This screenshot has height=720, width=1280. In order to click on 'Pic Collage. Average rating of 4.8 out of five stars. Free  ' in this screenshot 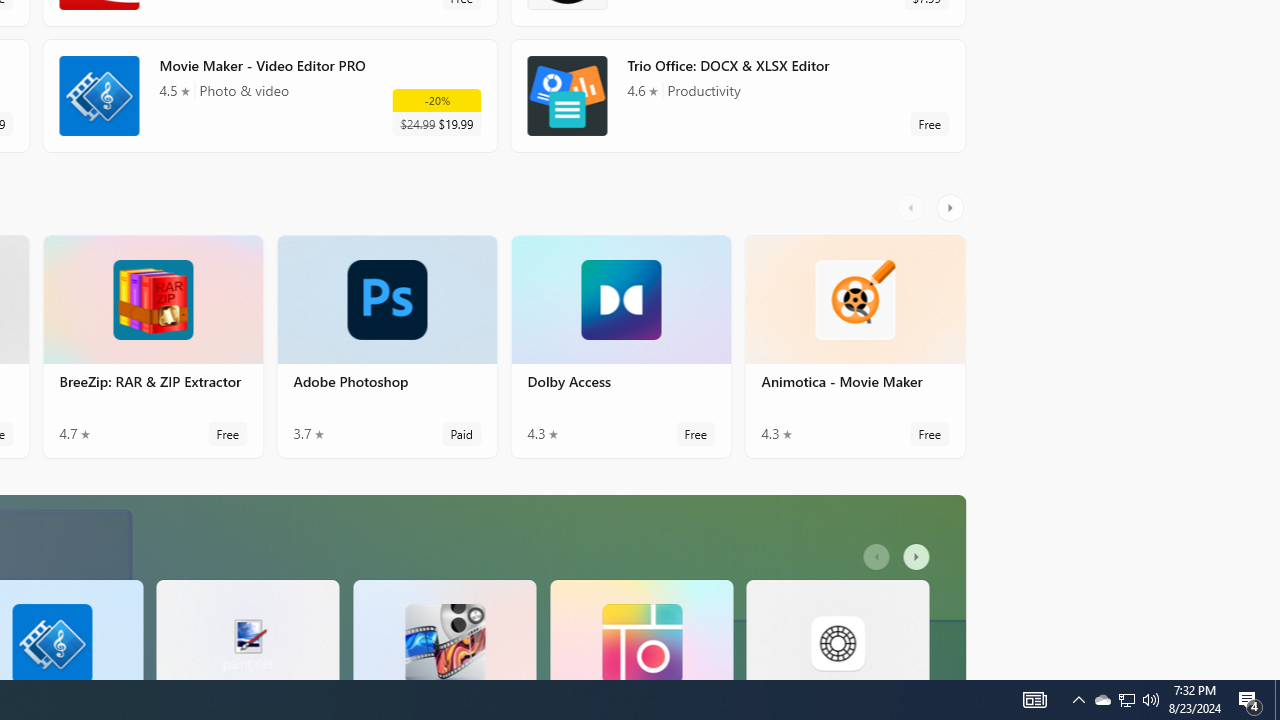, I will do `click(641, 628)`.